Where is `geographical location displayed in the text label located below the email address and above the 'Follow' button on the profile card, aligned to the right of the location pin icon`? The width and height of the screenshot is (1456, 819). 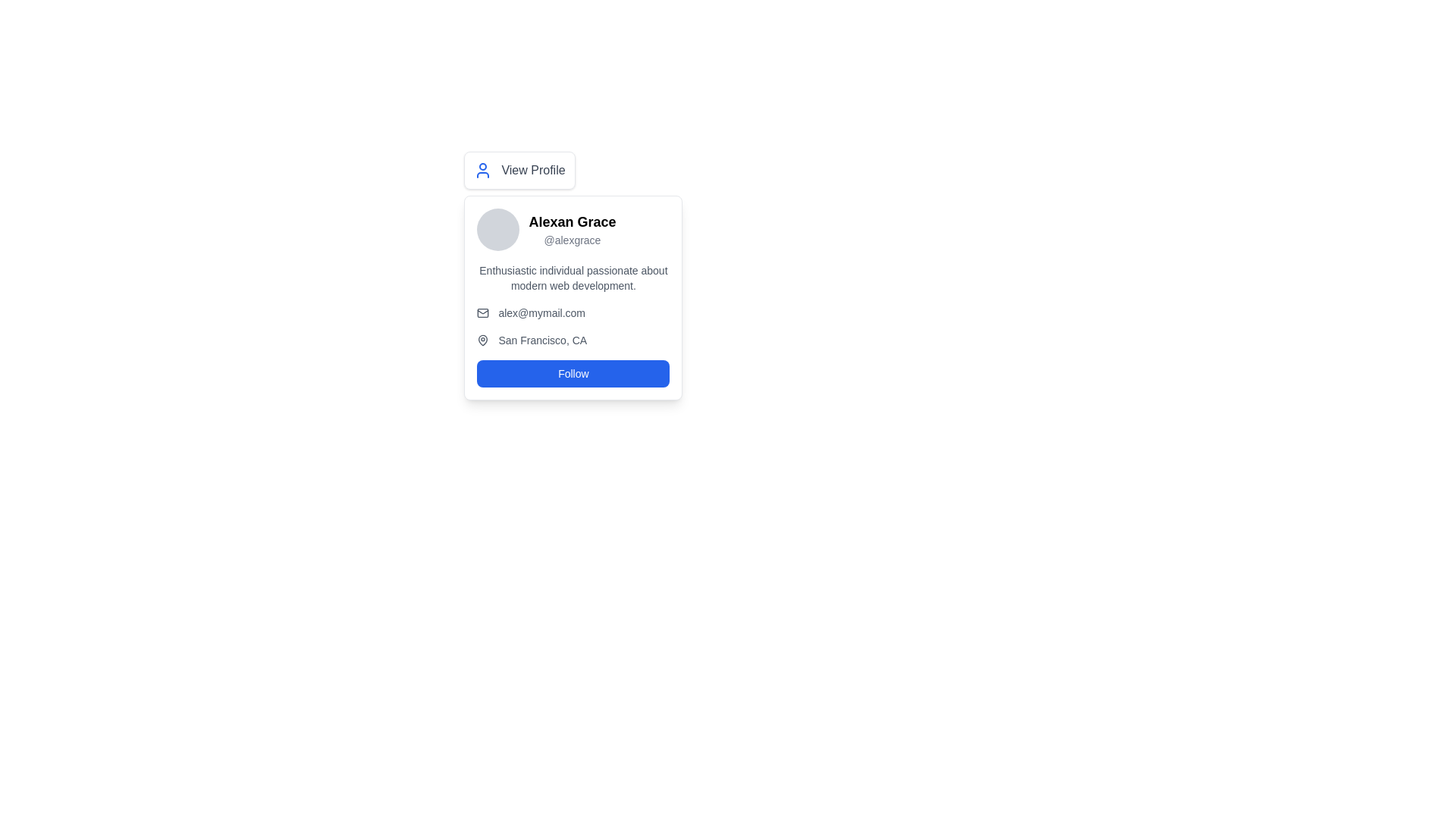
geographical location displayed in the text label located below the email address and above the 'Follow' button on the profile card, aligned to the right of the location pin icon is located at coordinates (542, 339).